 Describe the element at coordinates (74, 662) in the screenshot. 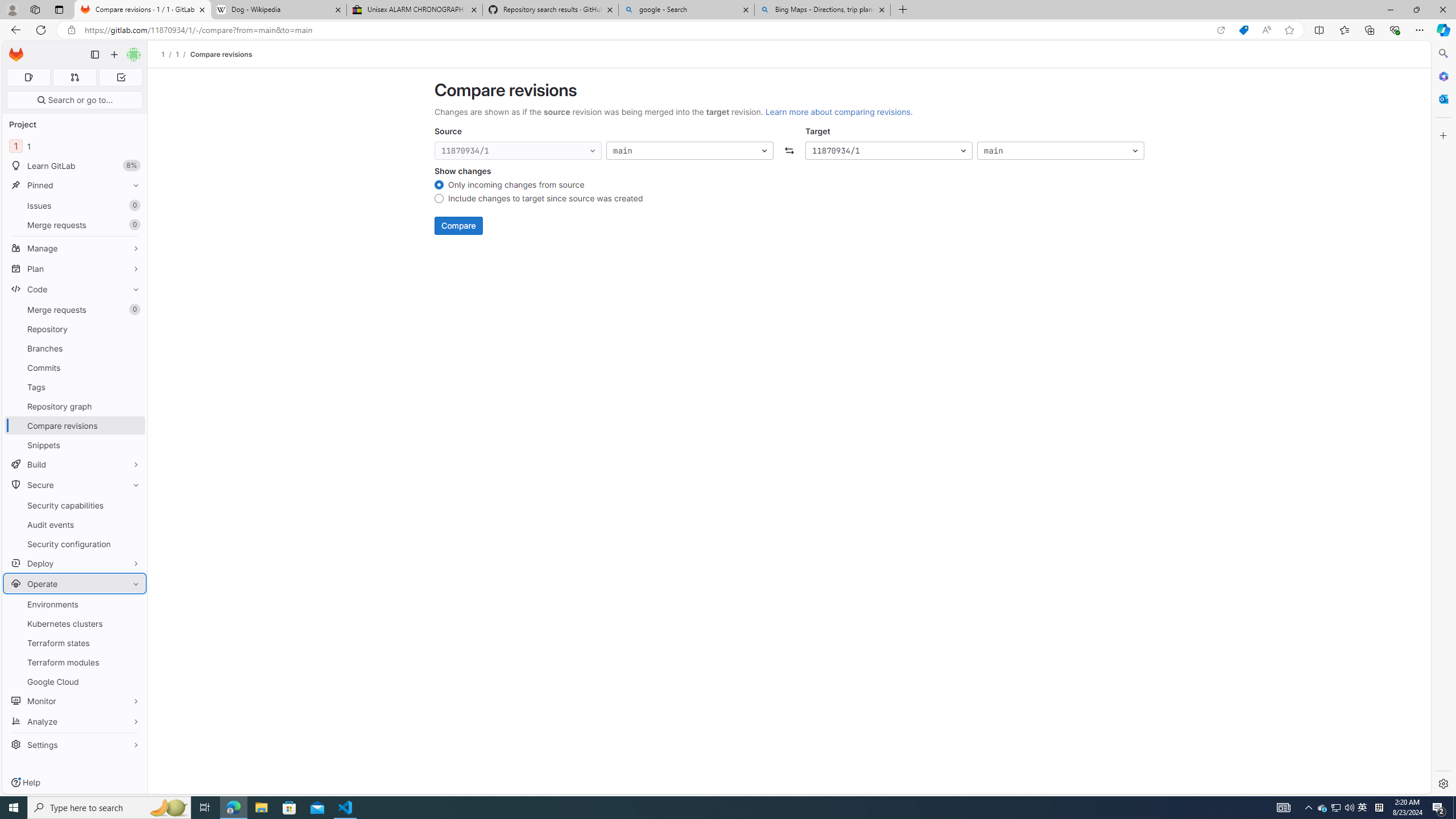

I see `'Terraform modules'` at that location.